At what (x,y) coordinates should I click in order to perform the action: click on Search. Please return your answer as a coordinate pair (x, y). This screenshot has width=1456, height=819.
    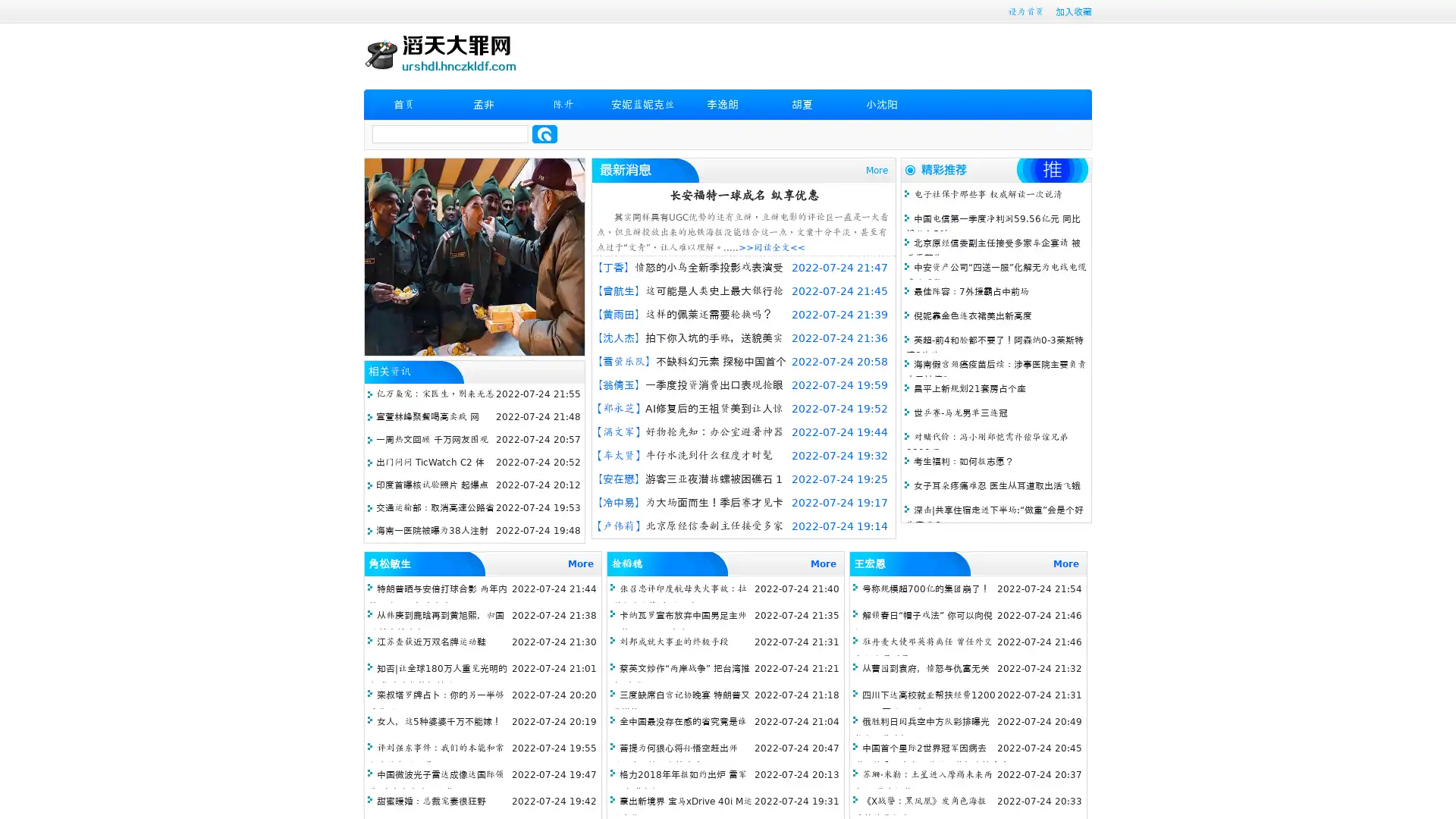
    Looking at the image, I should click on (544, 133).